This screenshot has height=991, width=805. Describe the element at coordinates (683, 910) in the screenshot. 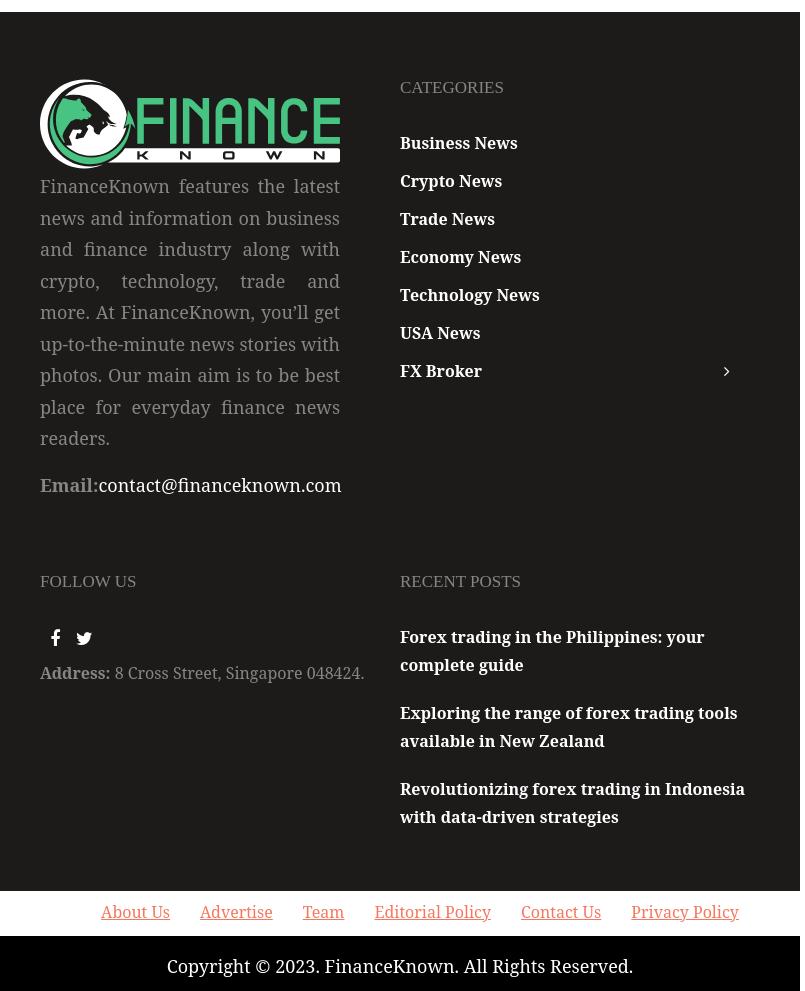

I see `'Privacy Policy'` at that location.